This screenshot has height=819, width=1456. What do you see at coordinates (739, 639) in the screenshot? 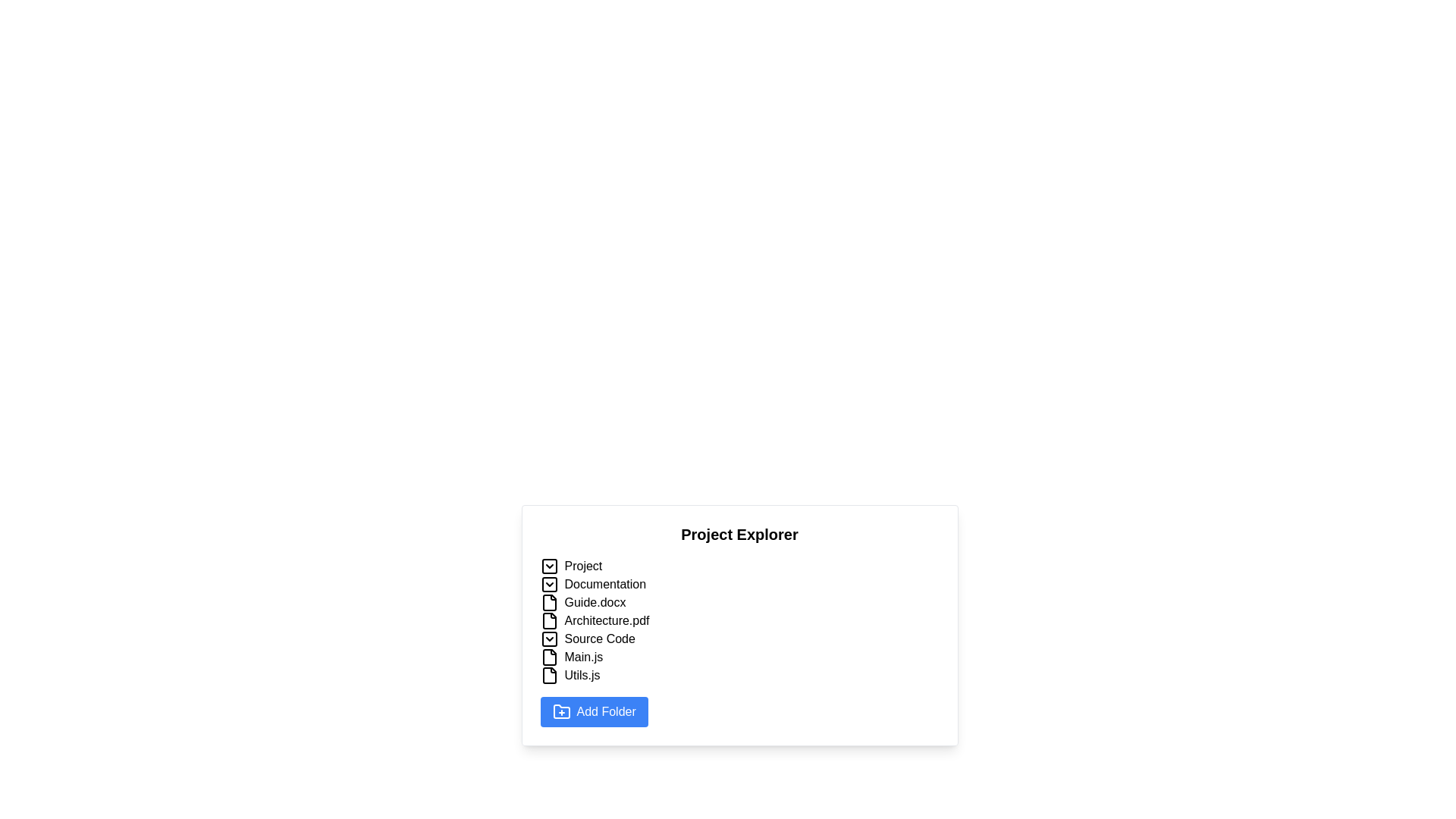
I see `the fourth expandable list item in the project explorer, located between 'Architecture.pdf' and 'Main.js'` at bounding box center [739, 639].